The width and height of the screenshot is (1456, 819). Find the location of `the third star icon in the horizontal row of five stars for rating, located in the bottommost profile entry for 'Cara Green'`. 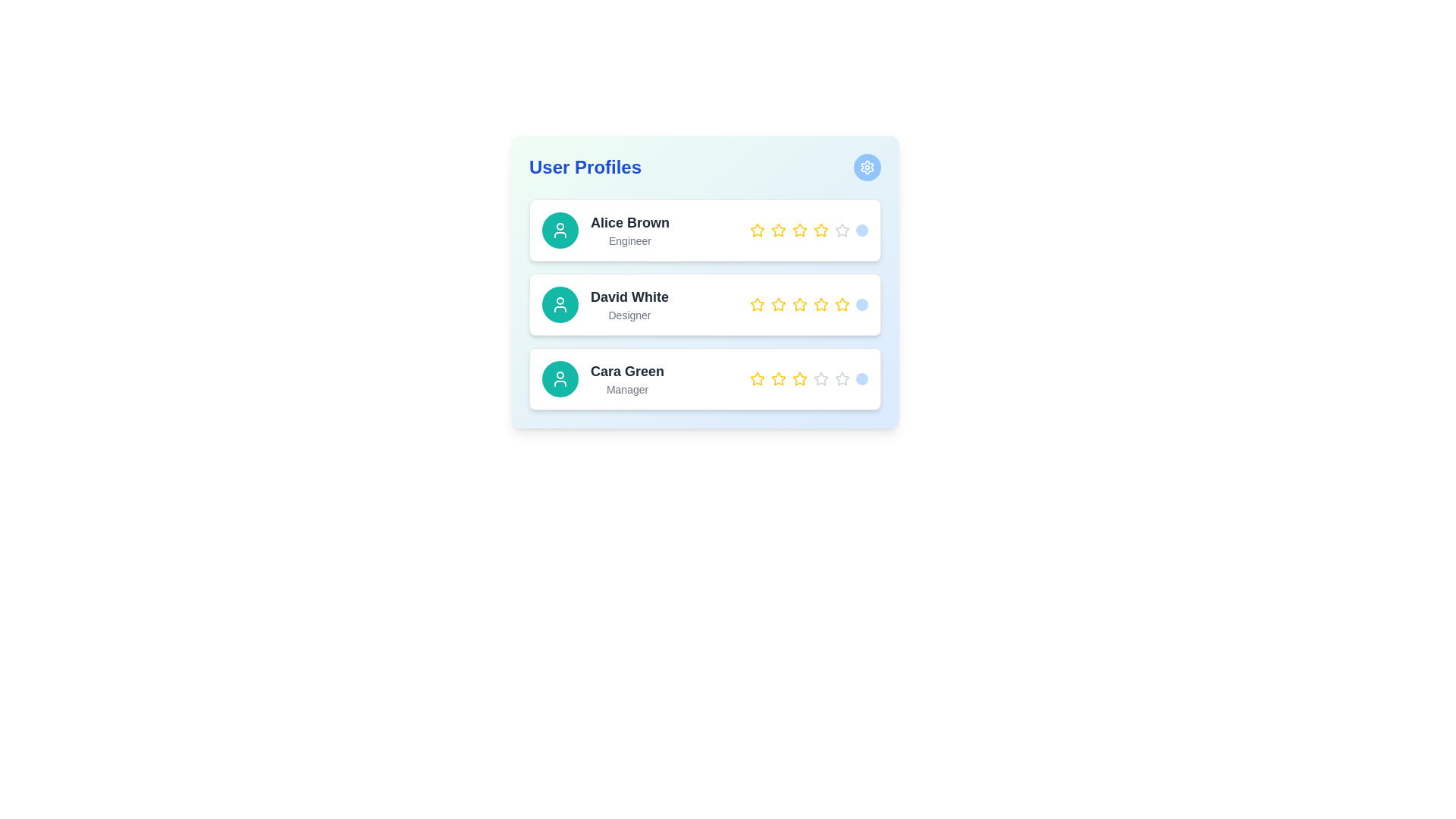

the third star icon in the horizontal row of five stars for rating, located in the bottommost profile entry for 'Cara Green' is located at coordinates (799, 378).